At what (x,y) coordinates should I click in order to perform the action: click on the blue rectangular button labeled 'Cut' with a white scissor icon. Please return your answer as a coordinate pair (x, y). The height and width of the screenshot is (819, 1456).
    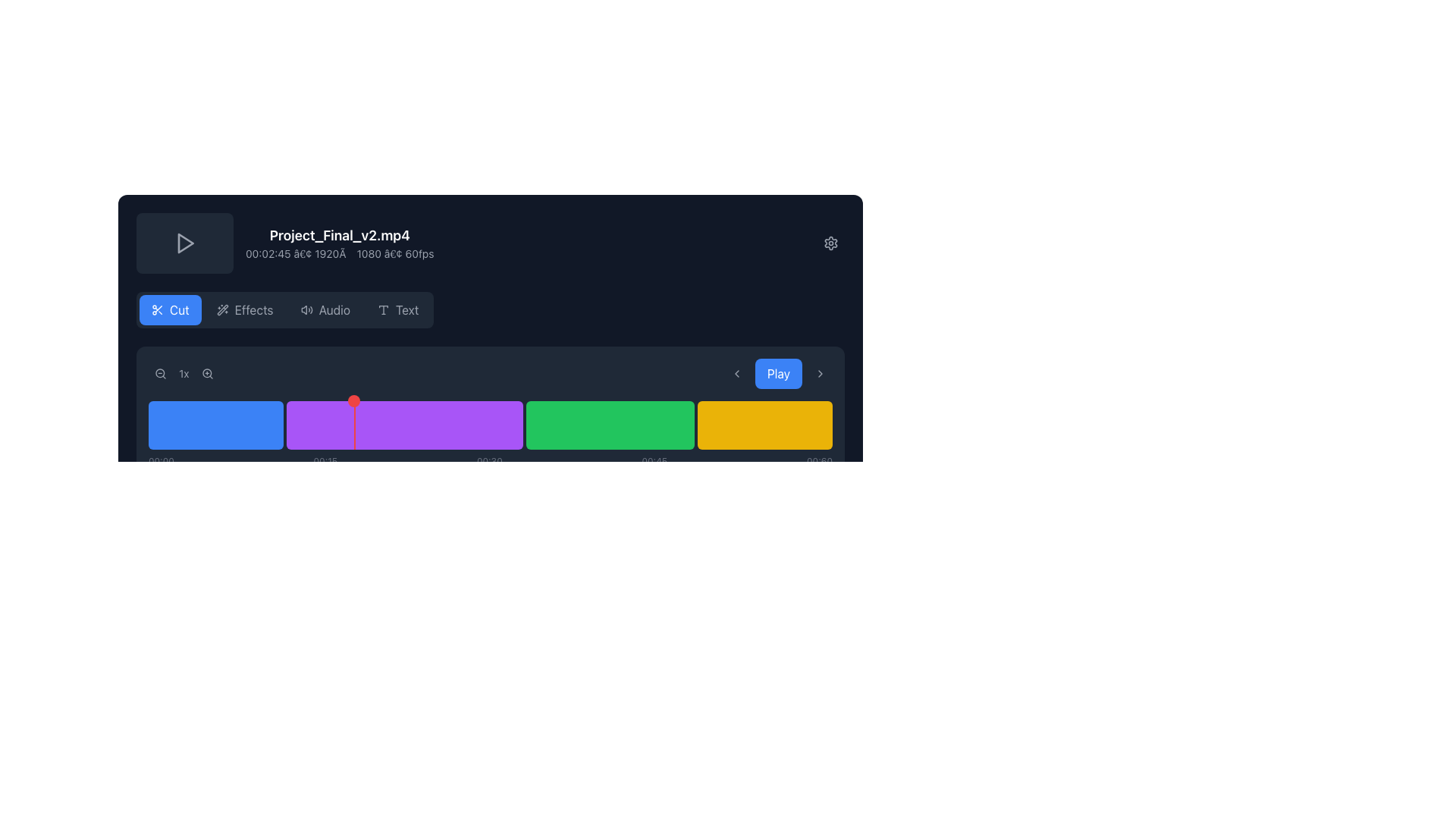
    Looking at the image, I should click on (170, 309).